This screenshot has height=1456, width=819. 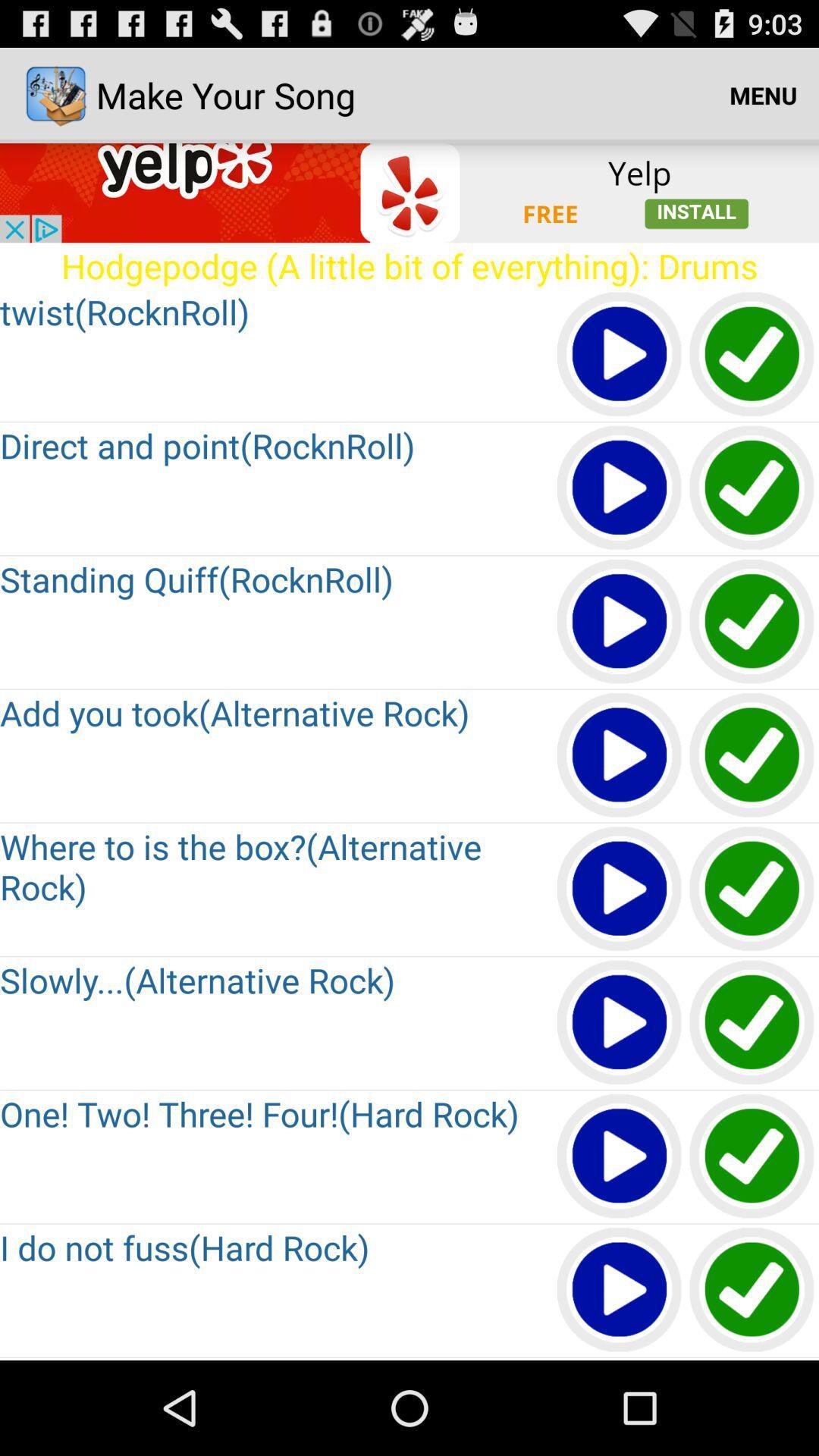 What do you see at coordinates (620, 354) in the screenshot?
I see `play` at bounding box center [620, 354].